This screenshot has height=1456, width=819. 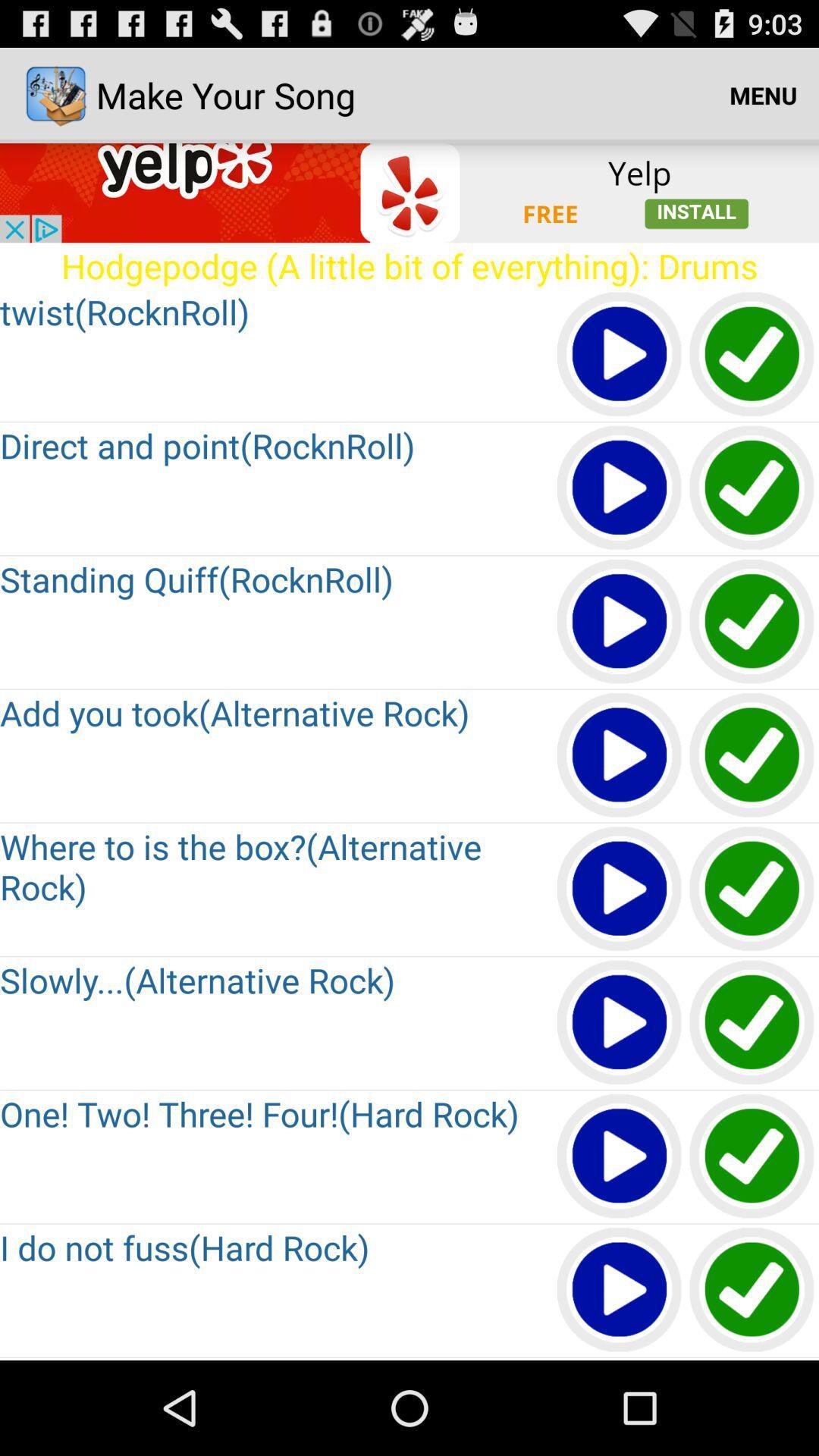 What do you see at coordinates (620, 354) in the screenshot?
I see `play` at bounding box center [620, 354].